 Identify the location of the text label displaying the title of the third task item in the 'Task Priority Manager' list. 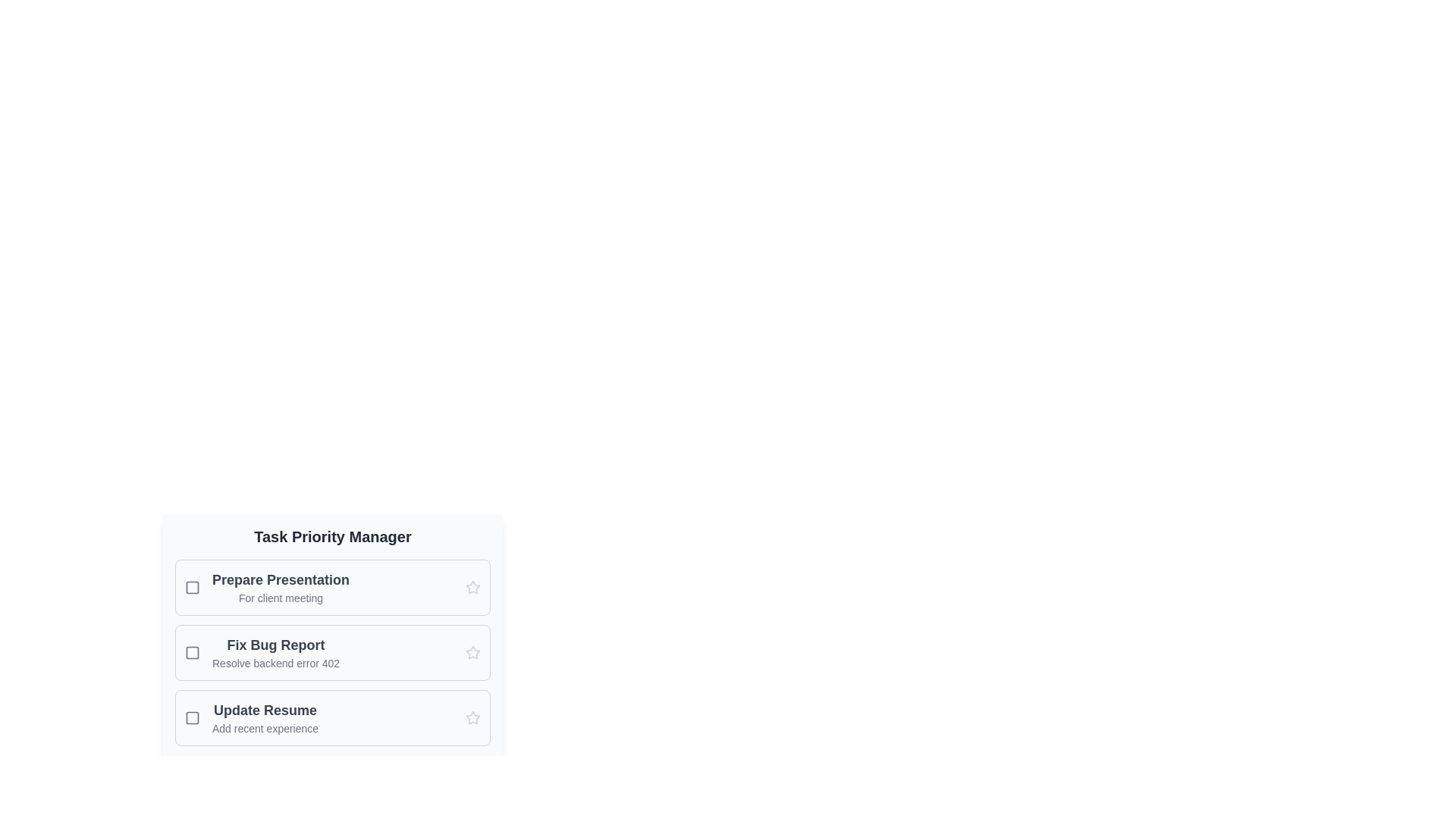
(265, 711).